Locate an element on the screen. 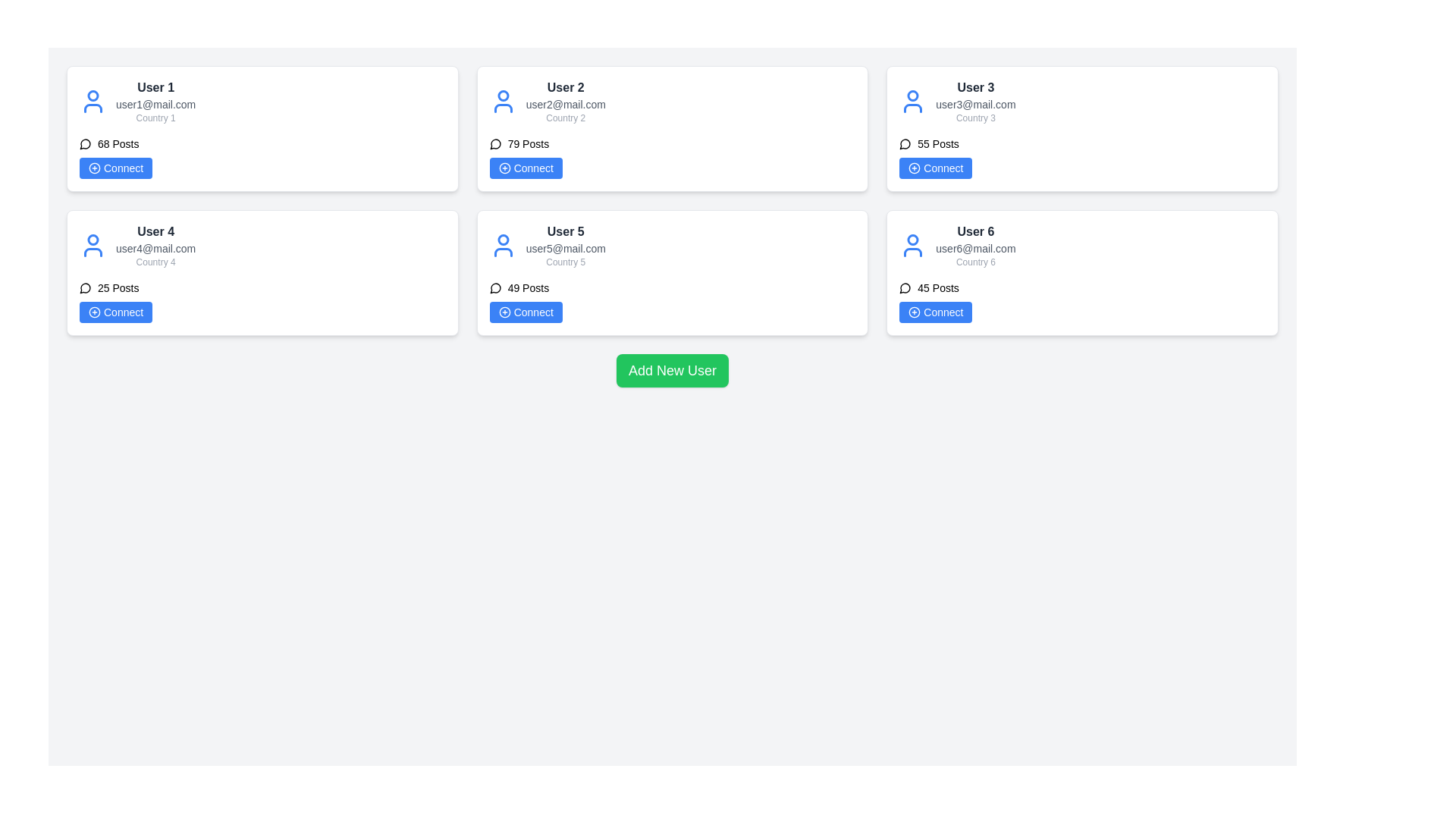 The image size is (1456, 819). the blue user profile icon located in the upper-left section of the 'User 6' card is located at coordinates (912, 245).